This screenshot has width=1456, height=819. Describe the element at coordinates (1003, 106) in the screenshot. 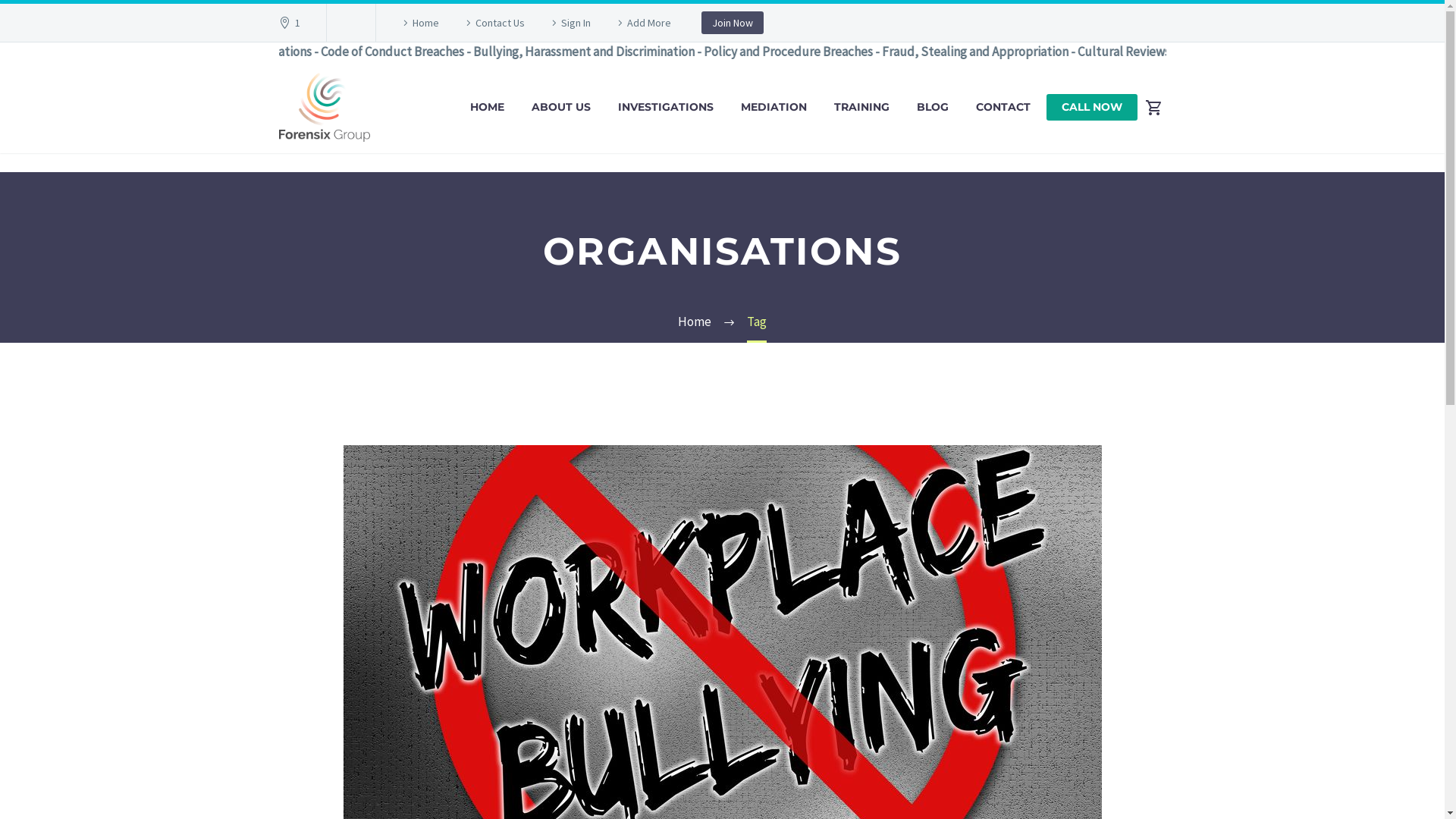

I see `'CONTACT'` at that location.